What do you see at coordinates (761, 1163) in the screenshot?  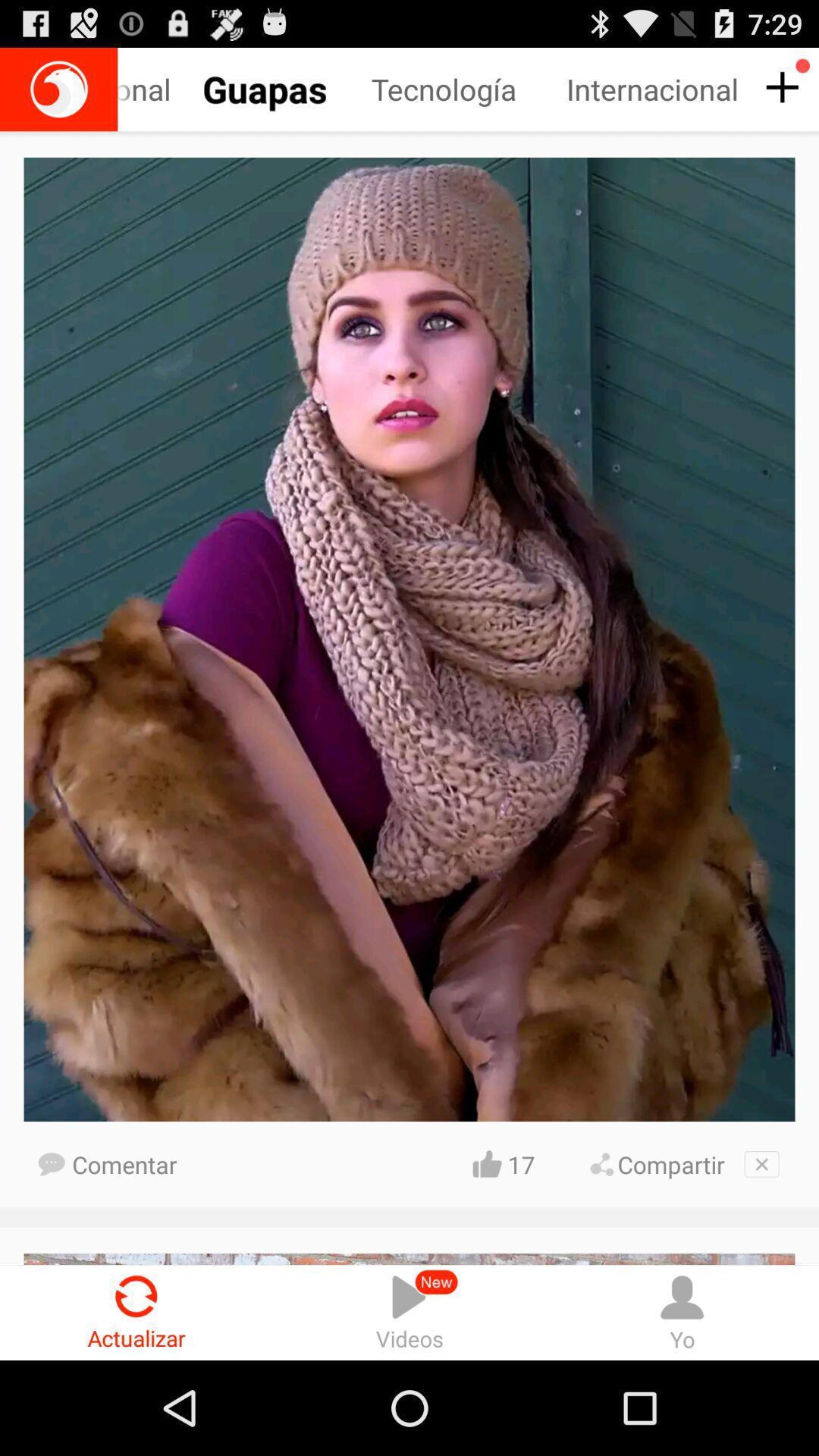 I see `option` at bounding box center [761, 1163].